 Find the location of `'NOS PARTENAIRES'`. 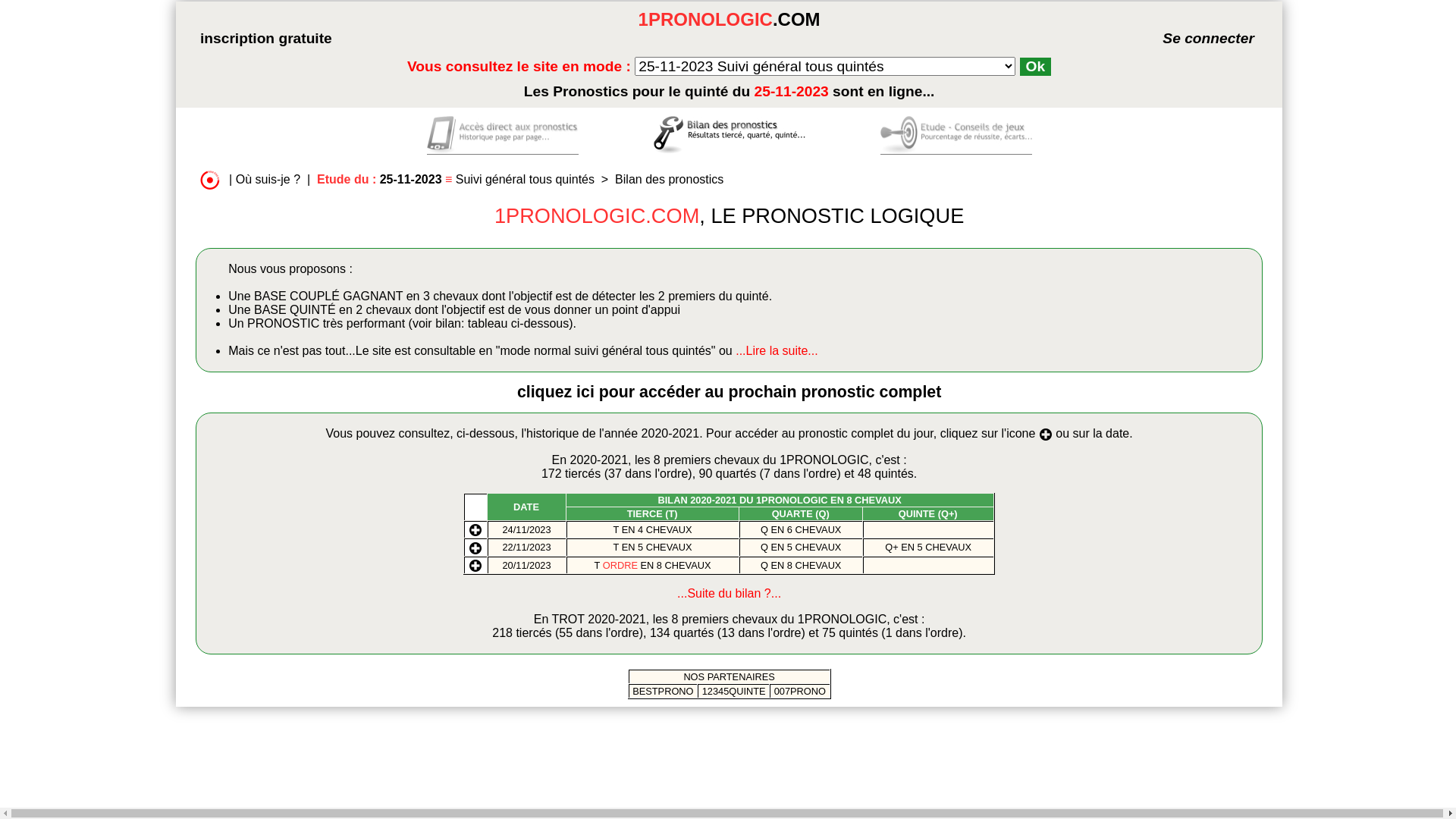

'NOS PARTENAIRES' is located at coordinates (682, 676).